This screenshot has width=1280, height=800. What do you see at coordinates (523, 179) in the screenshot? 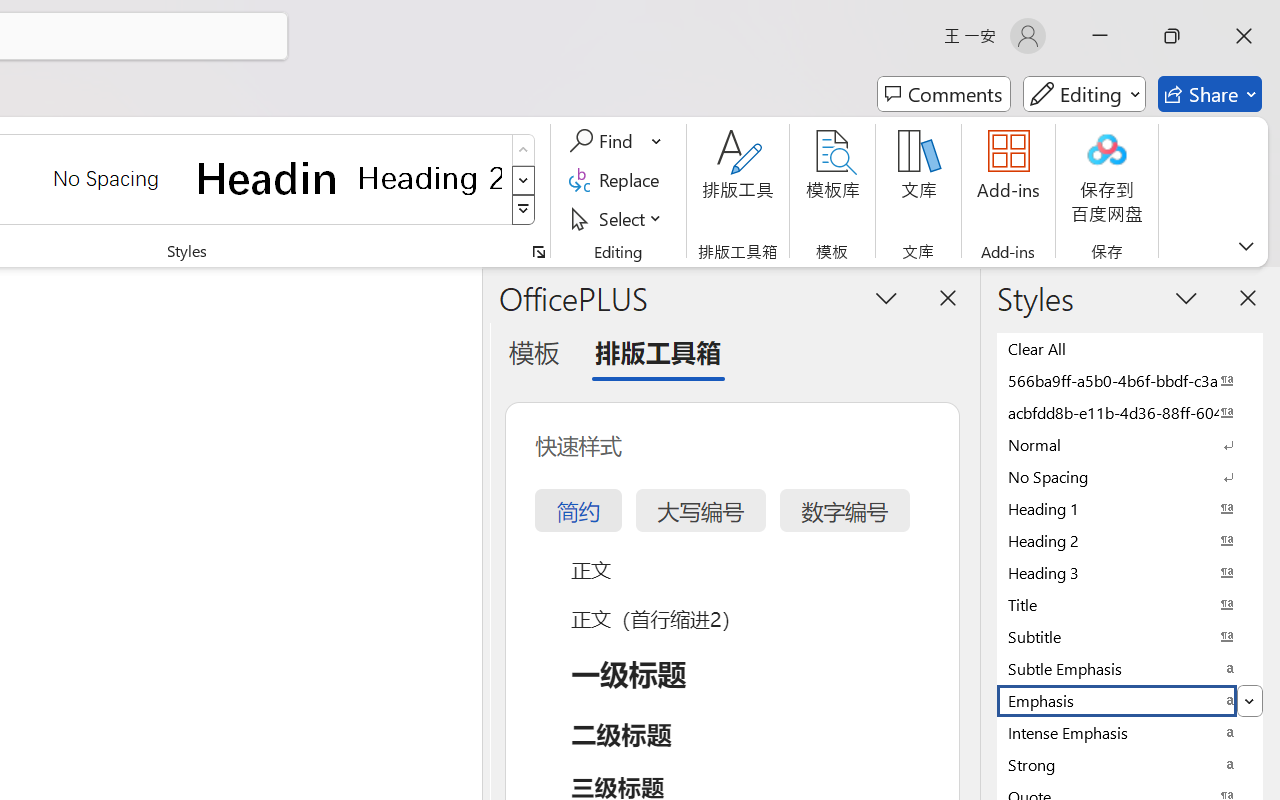
I see `'Row Down'` at bounding box center [523, 179].